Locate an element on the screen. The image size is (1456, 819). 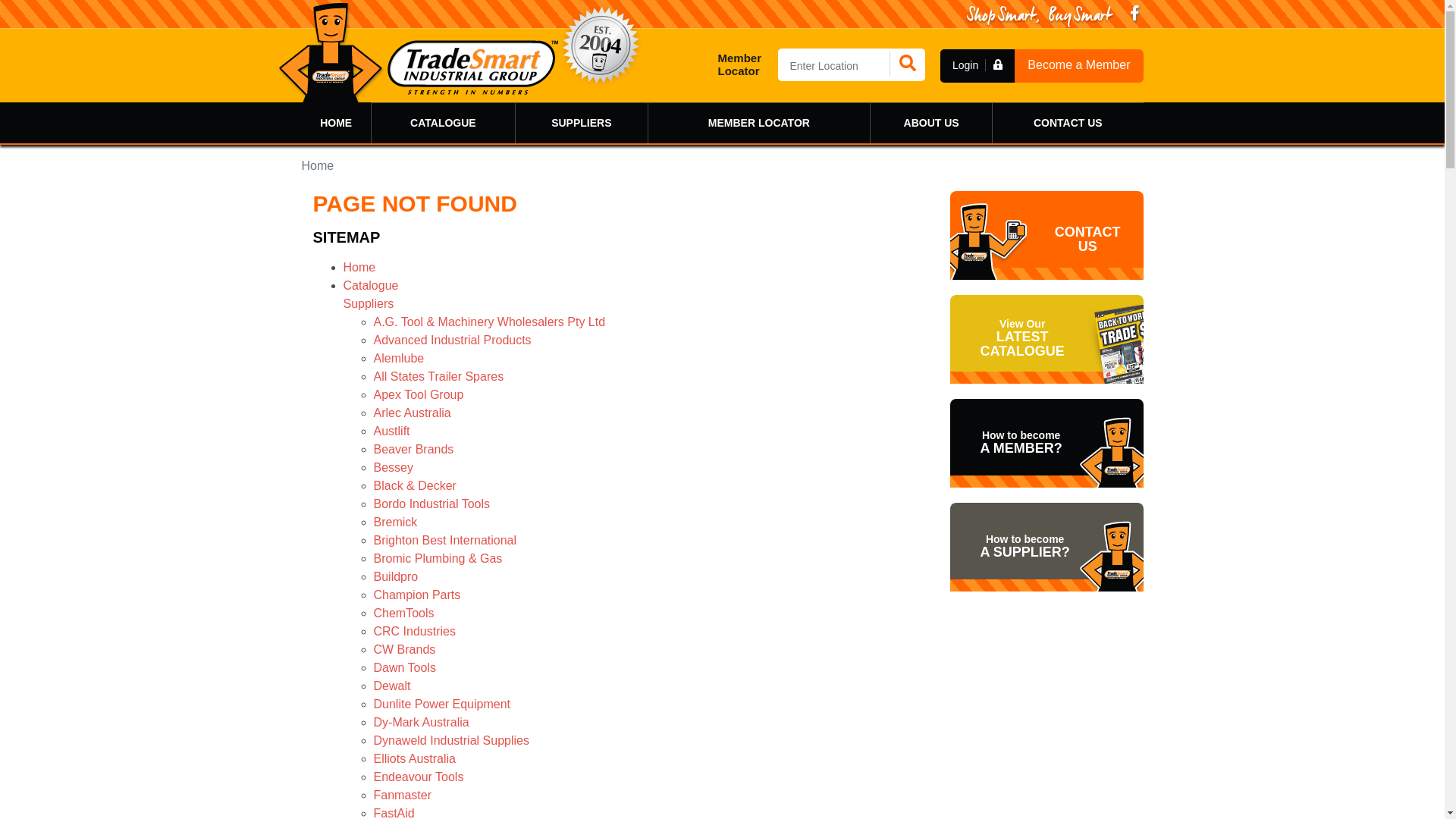
'TradeSmart Industrial Group - Strength in Numbers' is located at coordinates (418, 52).